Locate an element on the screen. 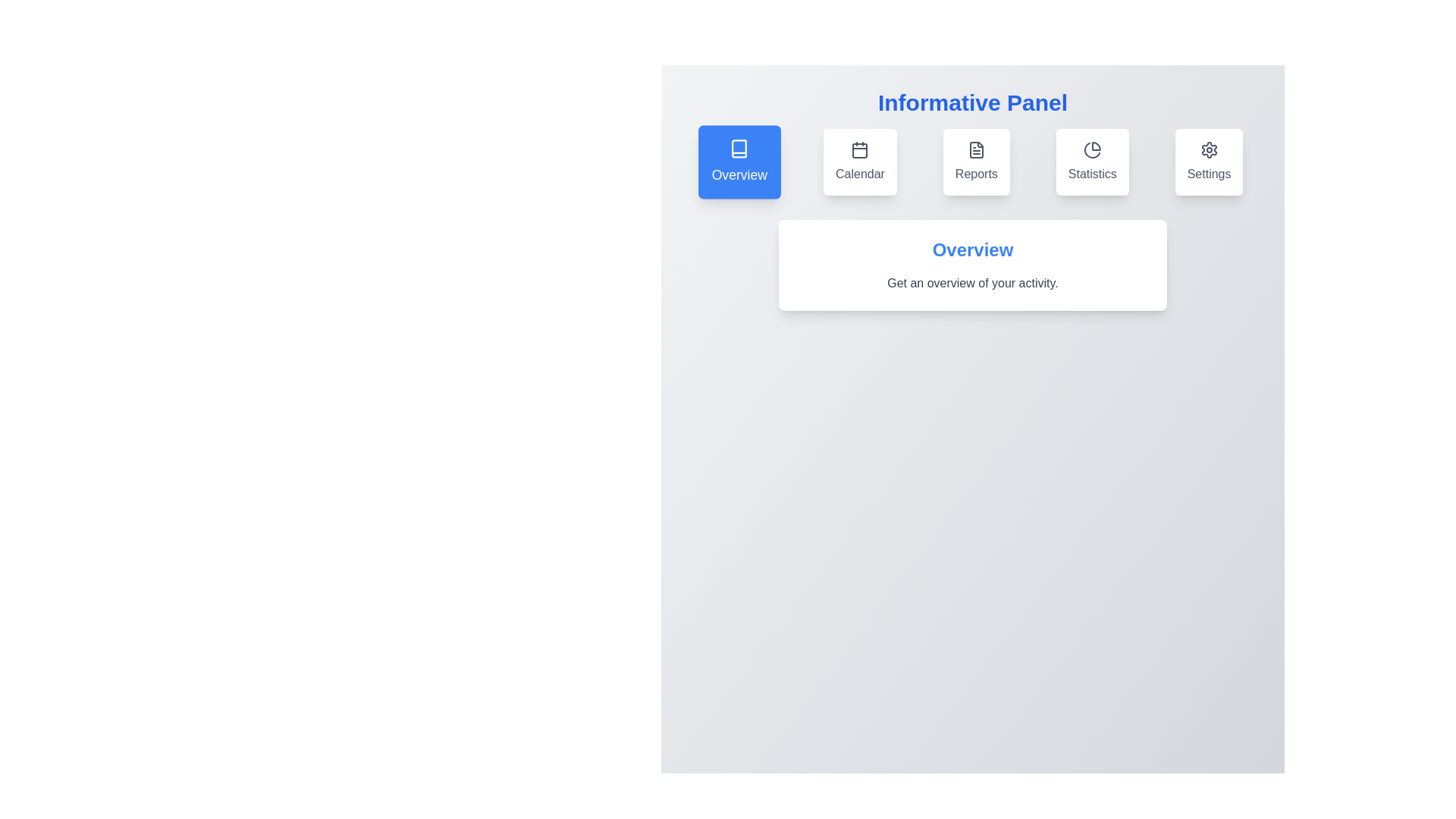  the 'Reports' text label located below the reports icon in the navigation panel is located at coordinates (976, 174).